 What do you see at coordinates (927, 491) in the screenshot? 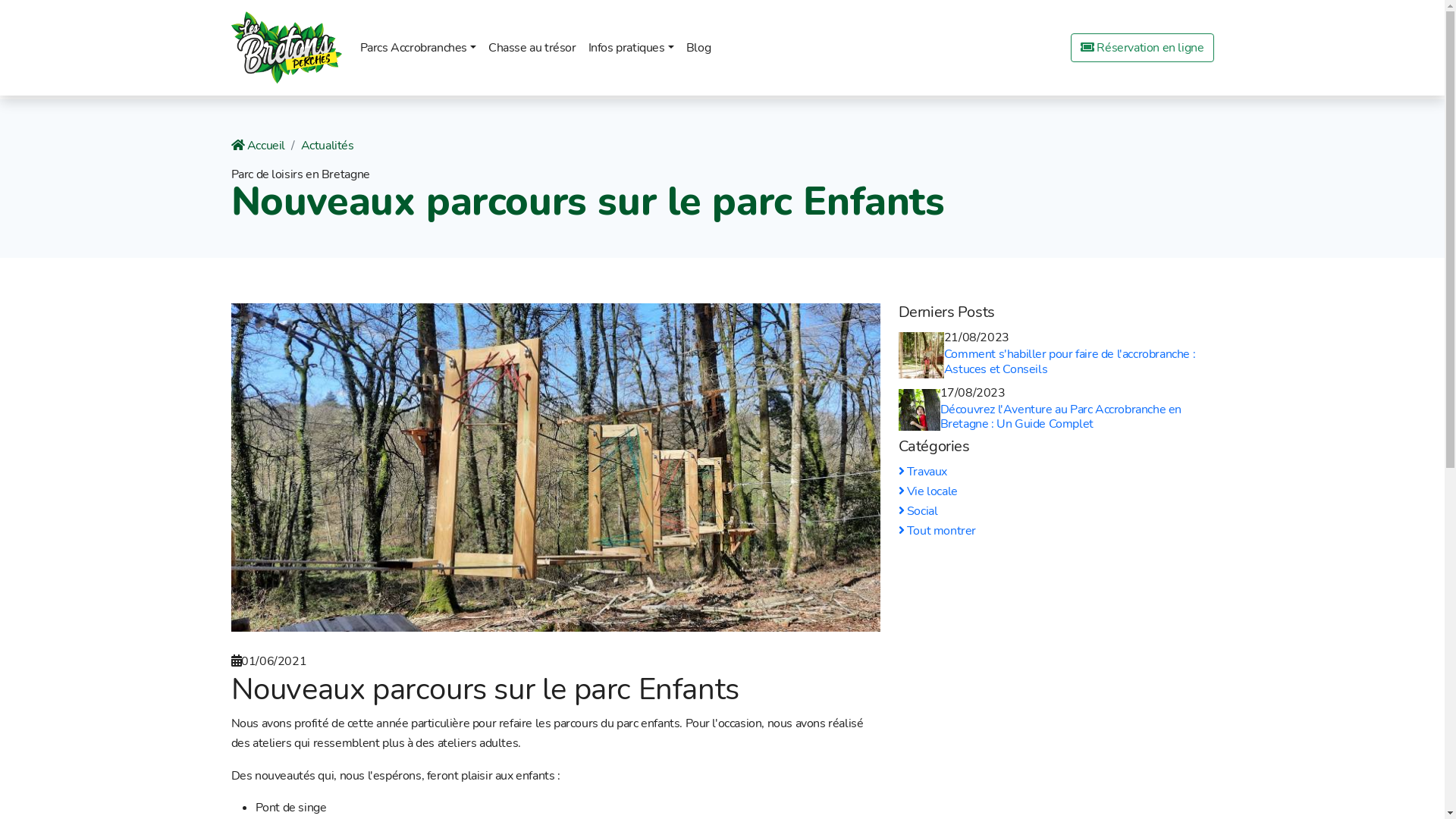
I see `'Vie locale'` at bounding box center [927, 491].